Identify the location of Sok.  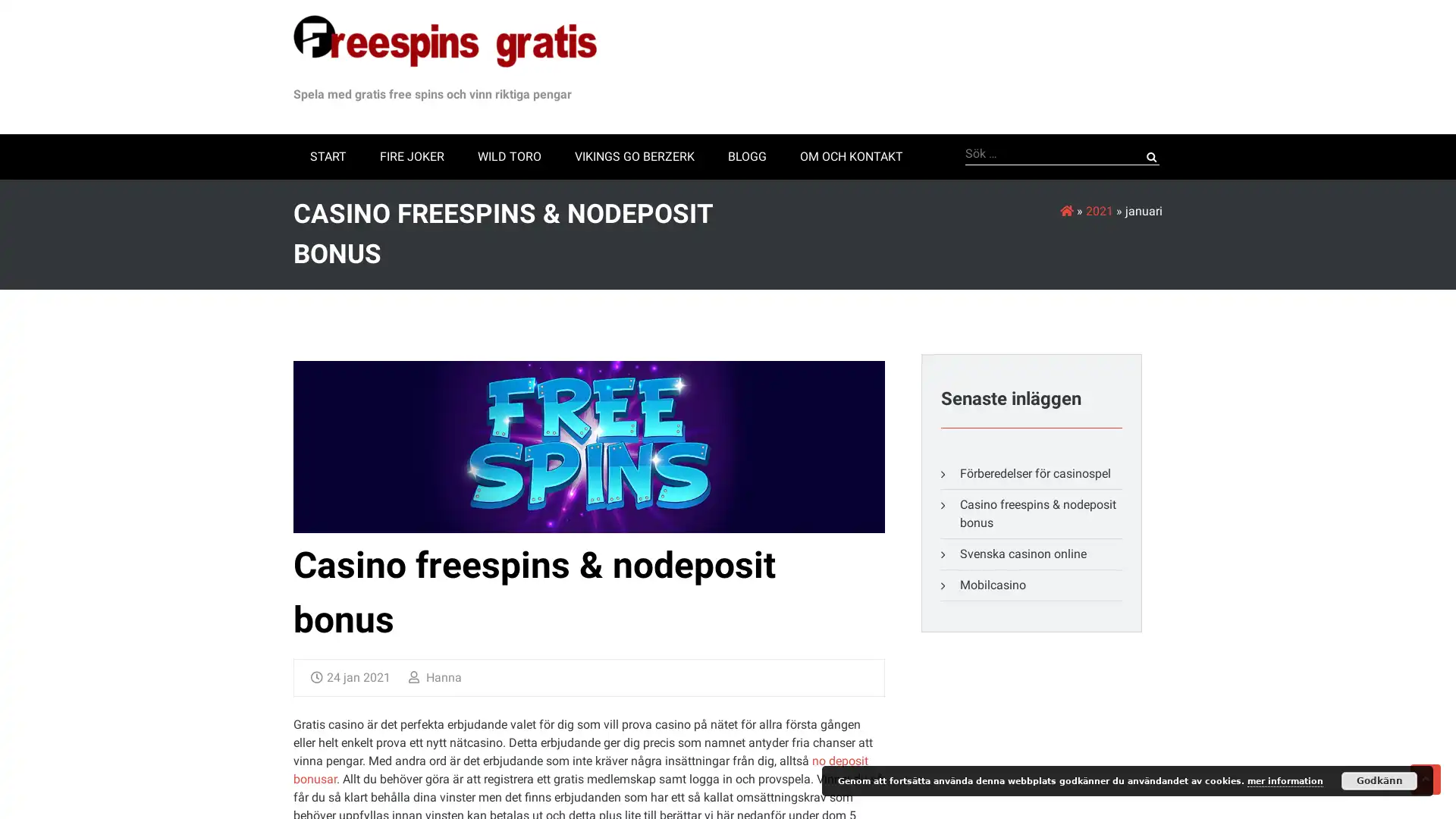
(1146, 158).